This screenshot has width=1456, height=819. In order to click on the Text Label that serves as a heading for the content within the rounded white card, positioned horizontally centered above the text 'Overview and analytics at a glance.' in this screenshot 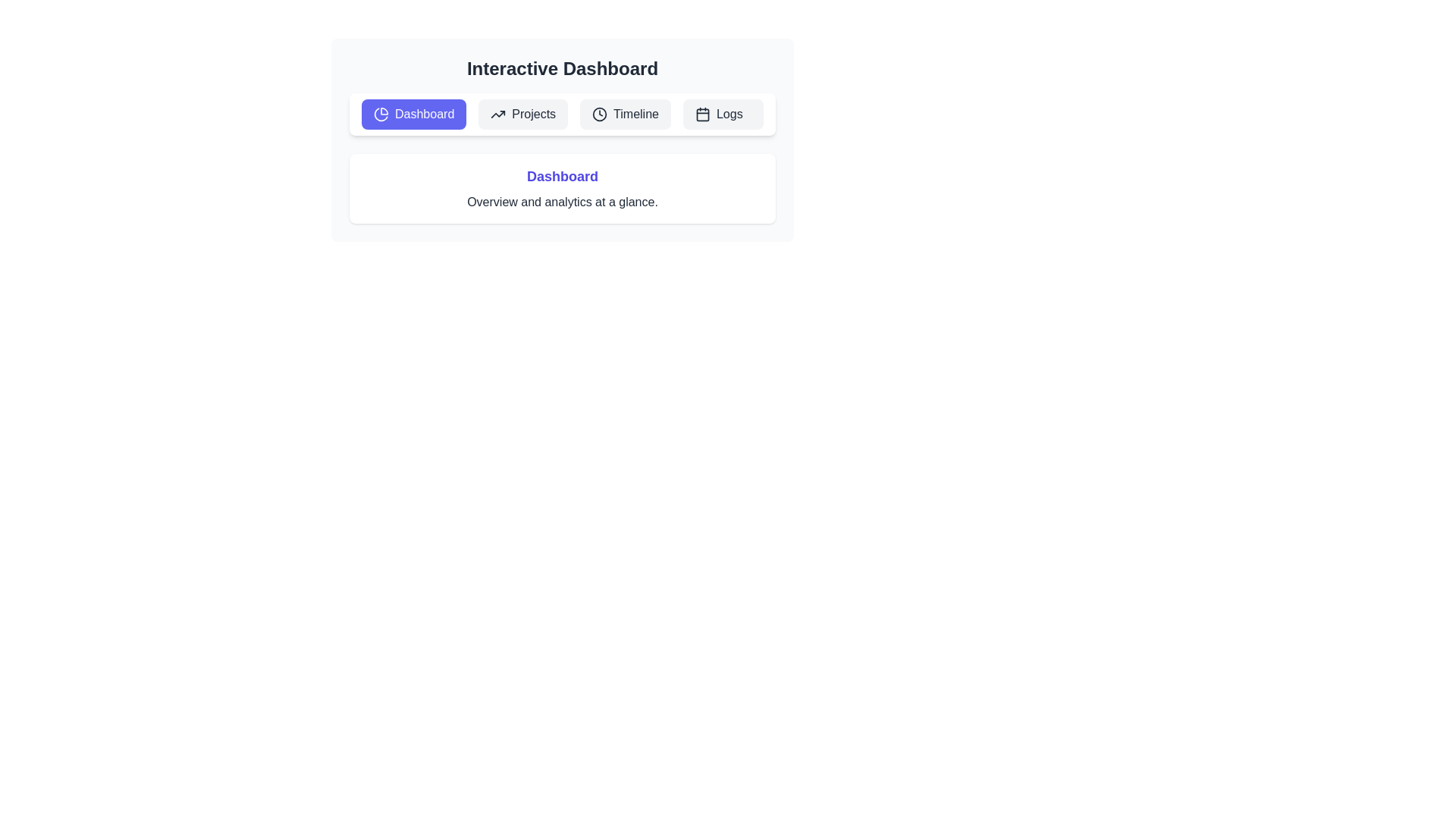, I will do `click(562, 175)`.